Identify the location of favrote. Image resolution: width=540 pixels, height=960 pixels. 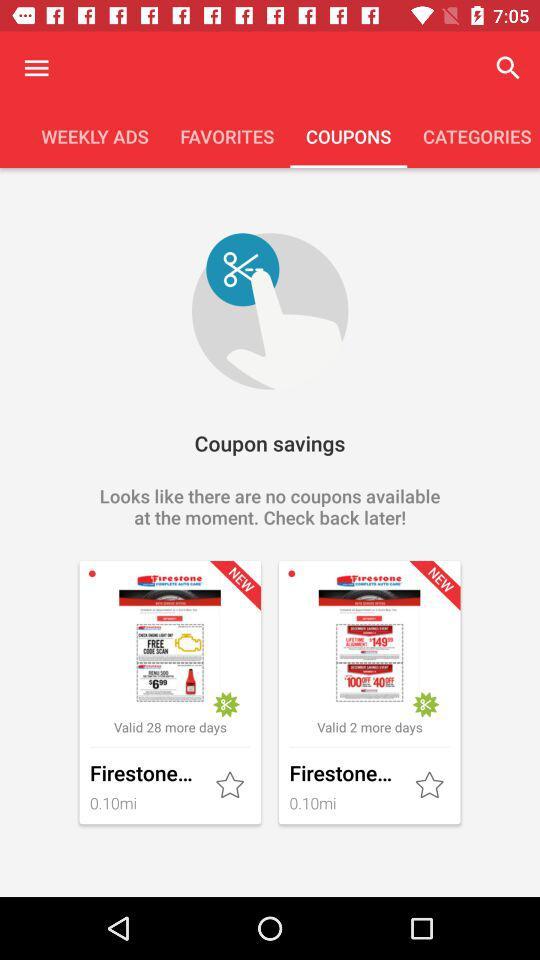
(430, 786).